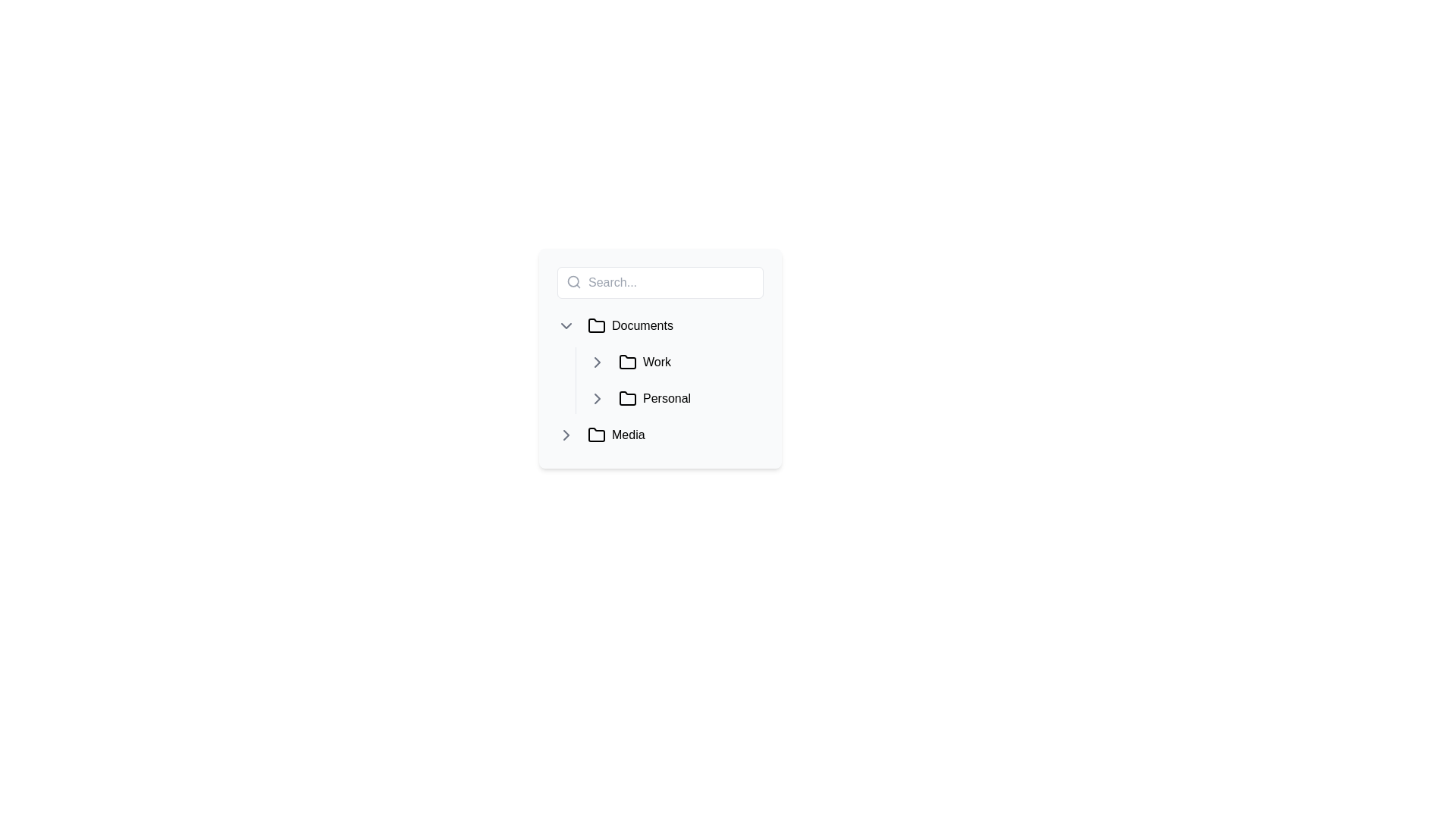 The image size is (1456, 819). What do you see at coordinates (596, 362) in the screenshot?
I see `right-facing arrow icon with a slender, minimalistic design located to the left of the 'Work' folder item in the folder tree view for debugging purposes` at bounding box center [596, 362].